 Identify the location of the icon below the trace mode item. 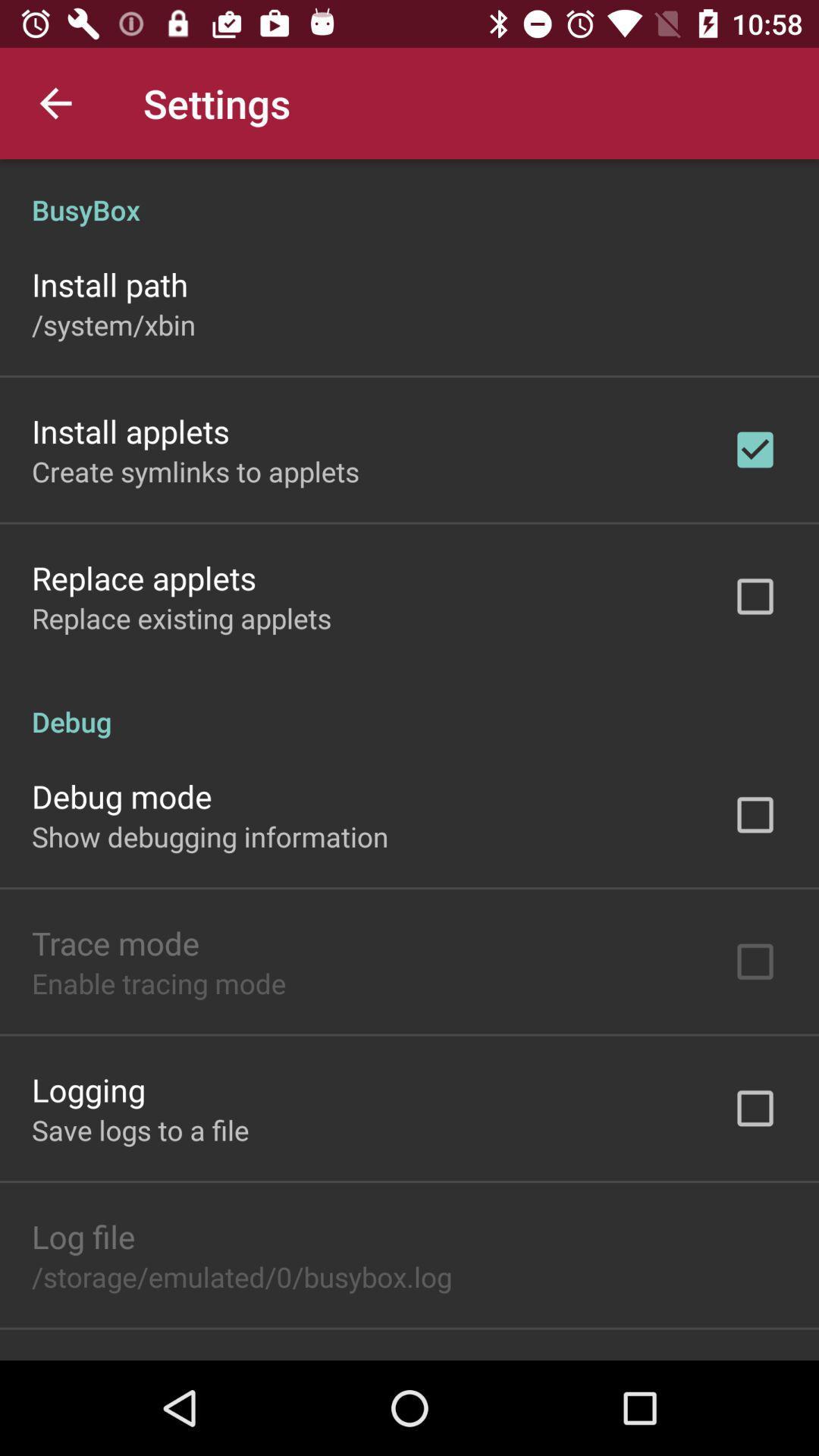
(158, 983).